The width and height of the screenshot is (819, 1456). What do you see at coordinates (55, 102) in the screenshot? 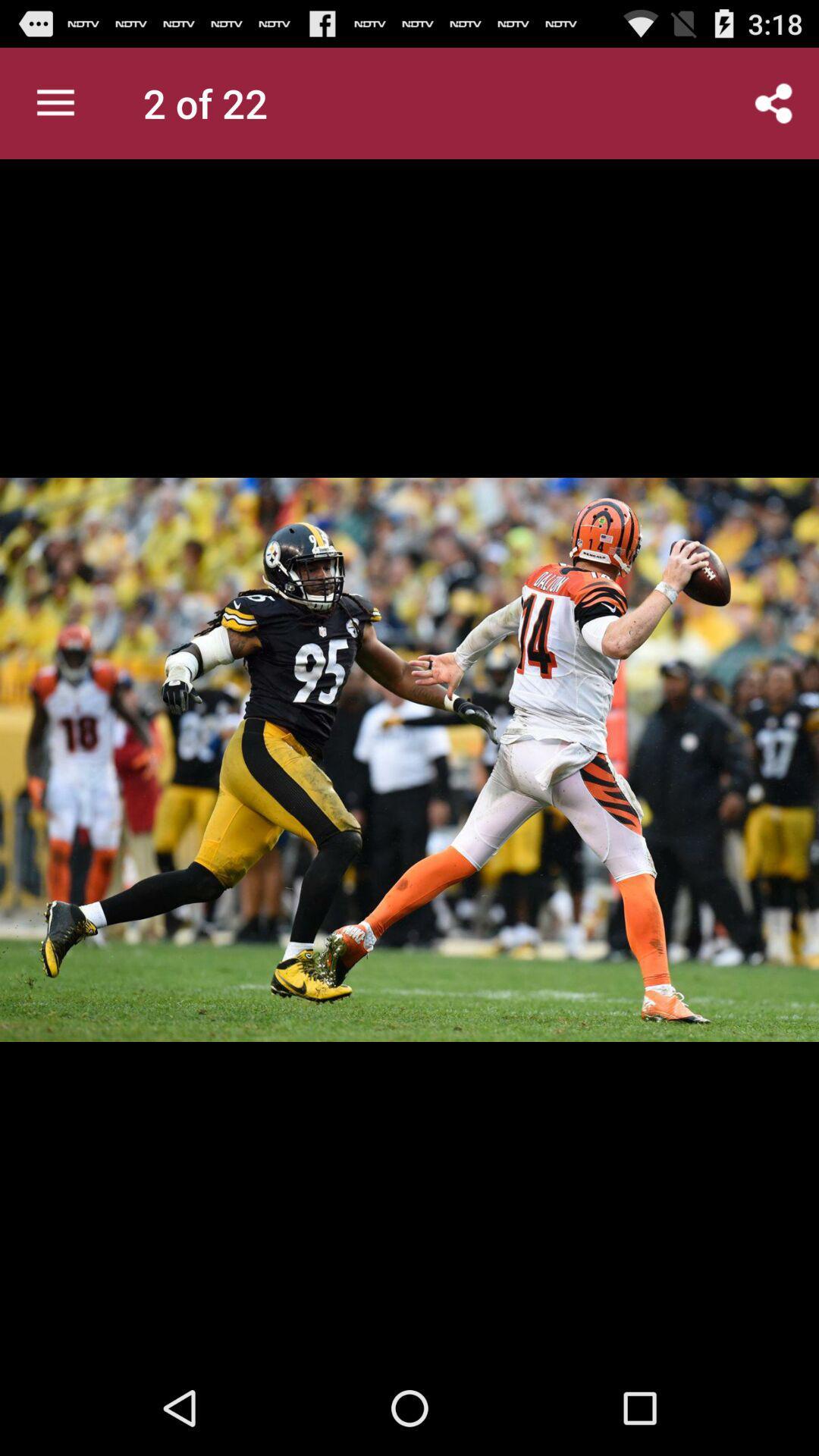
I see `icon next to the 2 of 22 item` at bounding box center [55, 102].